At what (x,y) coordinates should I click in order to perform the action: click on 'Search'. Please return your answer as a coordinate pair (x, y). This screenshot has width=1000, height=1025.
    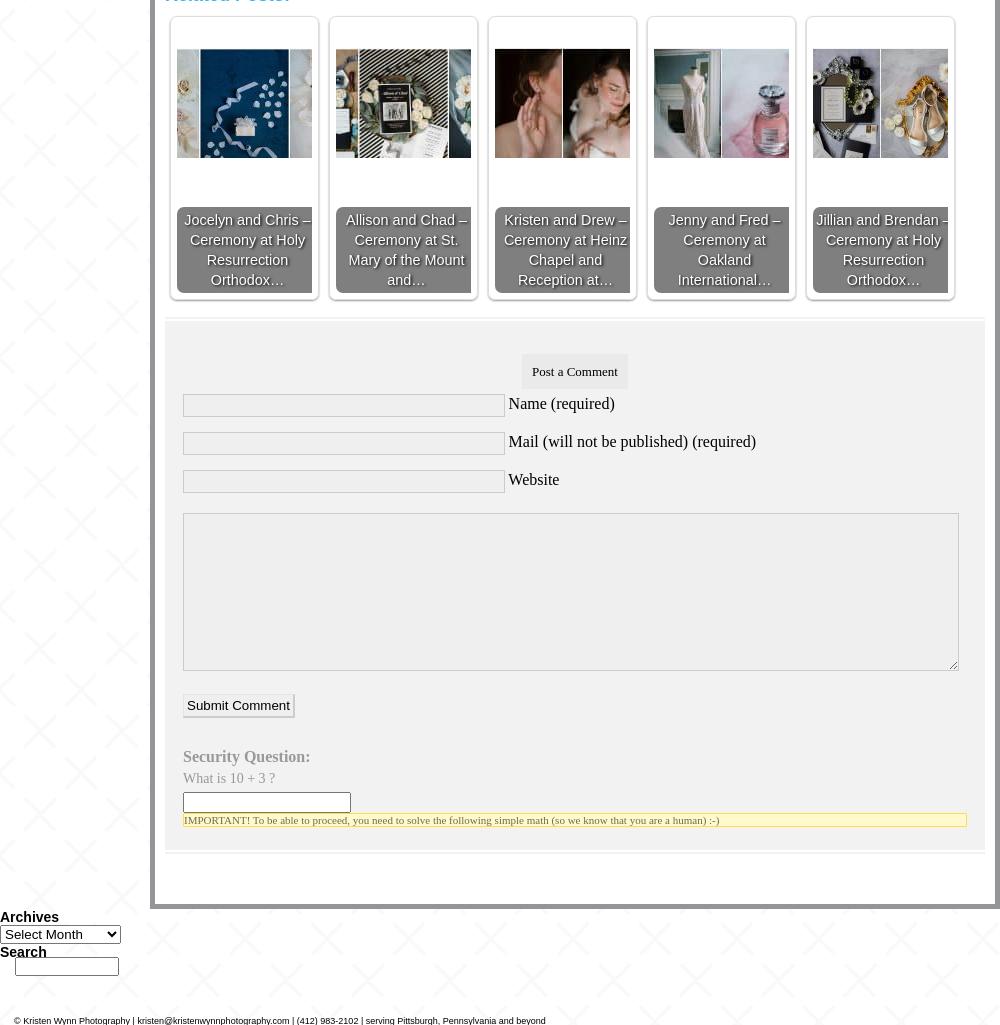
    Looking at the image, I should click on (23, 950).